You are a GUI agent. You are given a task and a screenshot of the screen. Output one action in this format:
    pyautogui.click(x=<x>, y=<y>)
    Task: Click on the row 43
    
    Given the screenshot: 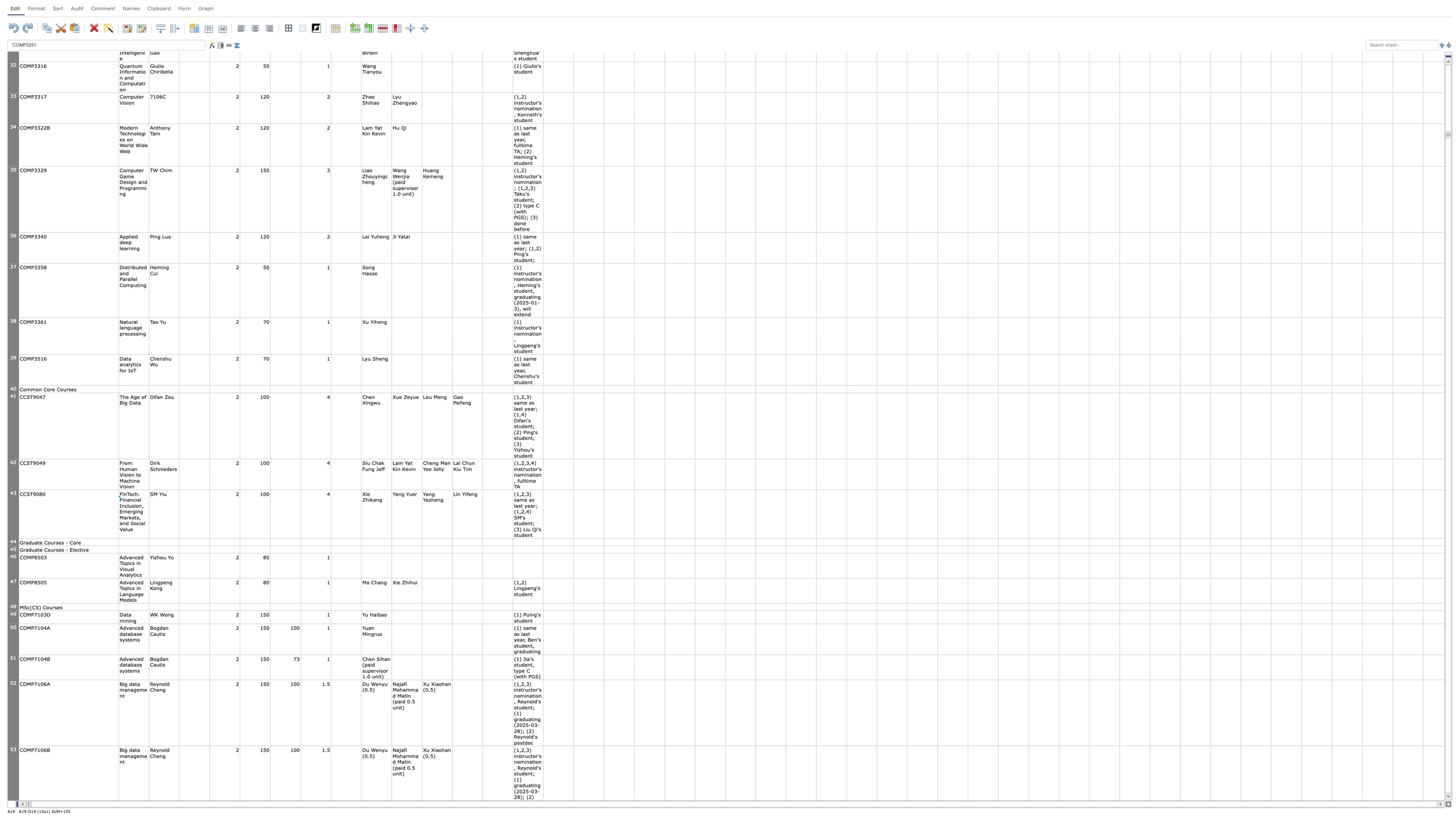 What is the action you would take?
    pyautogui.click(x=13, y=513)
    